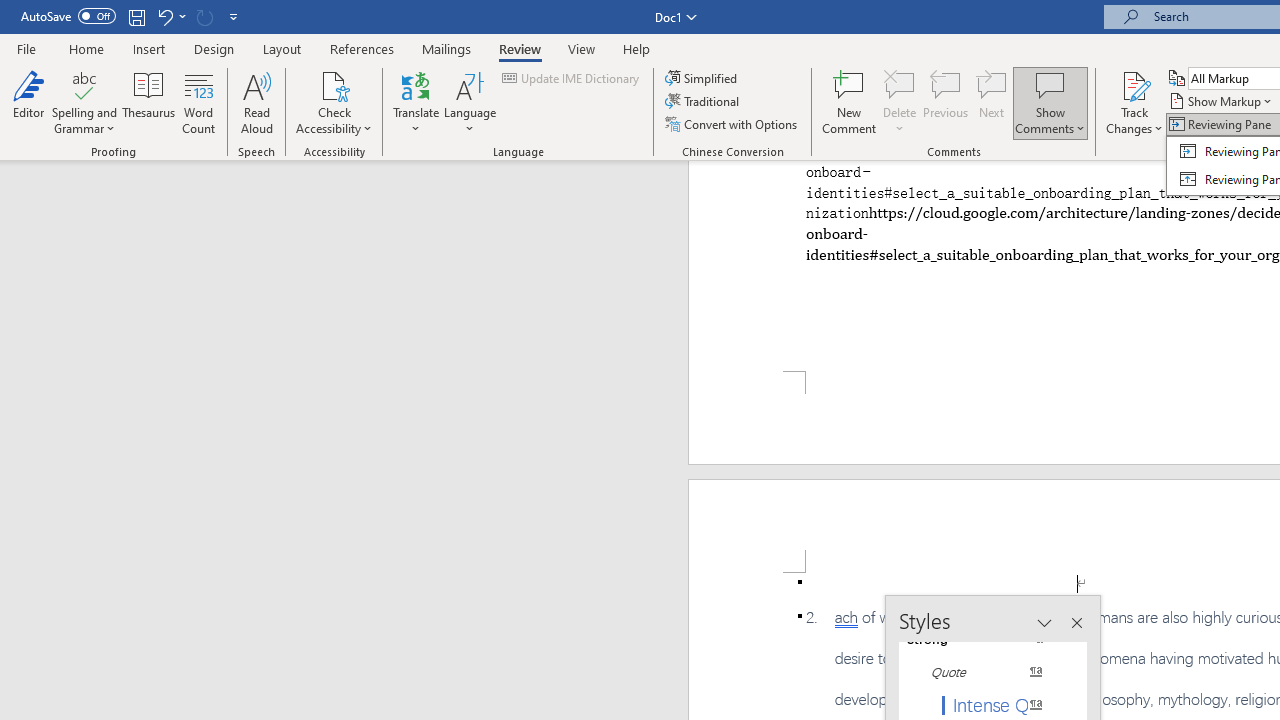  Describe the element at coordinates (1134, 103) in the screenshot. I see `'Track Changes'` at that location.